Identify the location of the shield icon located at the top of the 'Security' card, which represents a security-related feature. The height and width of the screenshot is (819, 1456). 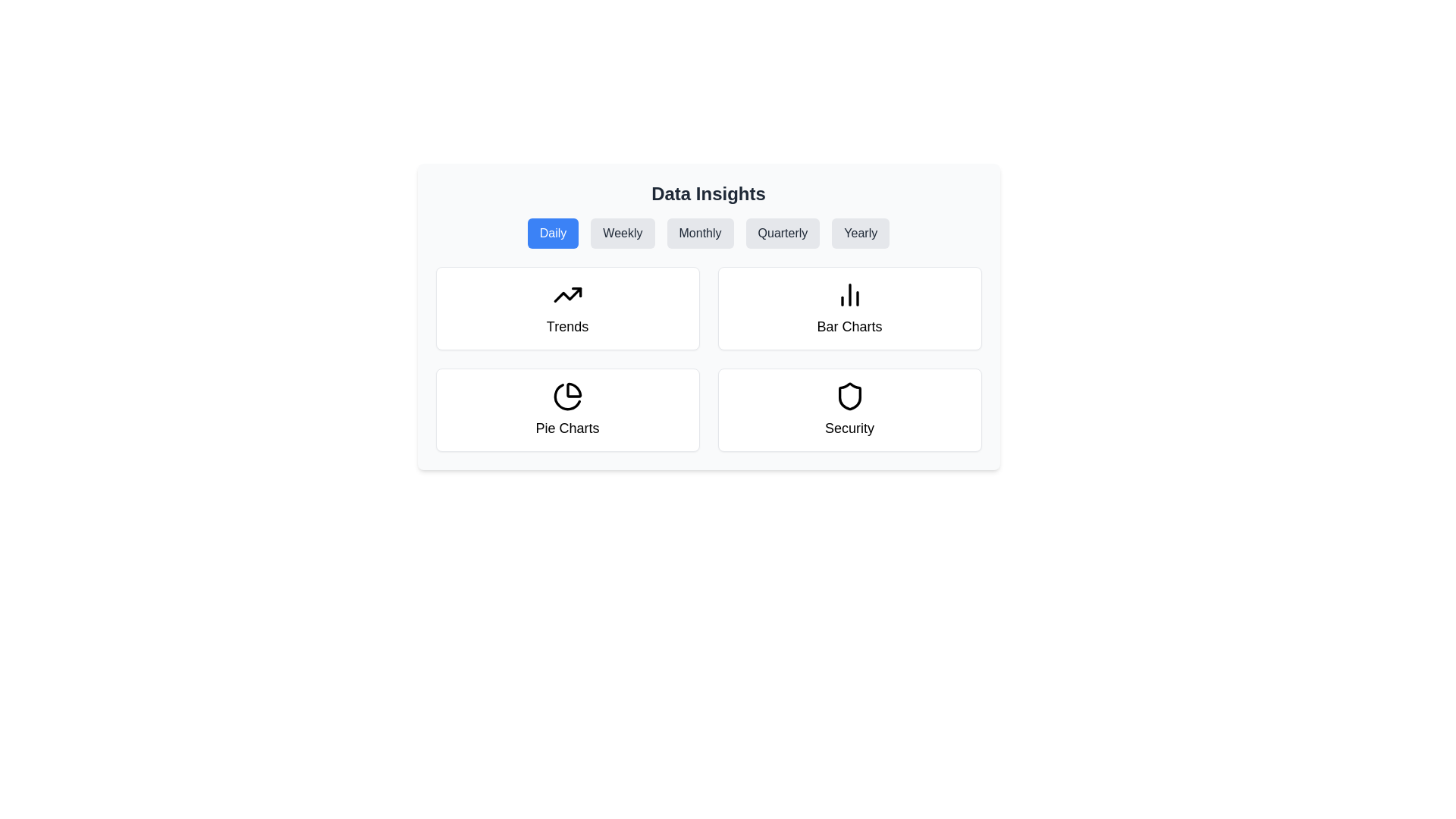
(849, 396).